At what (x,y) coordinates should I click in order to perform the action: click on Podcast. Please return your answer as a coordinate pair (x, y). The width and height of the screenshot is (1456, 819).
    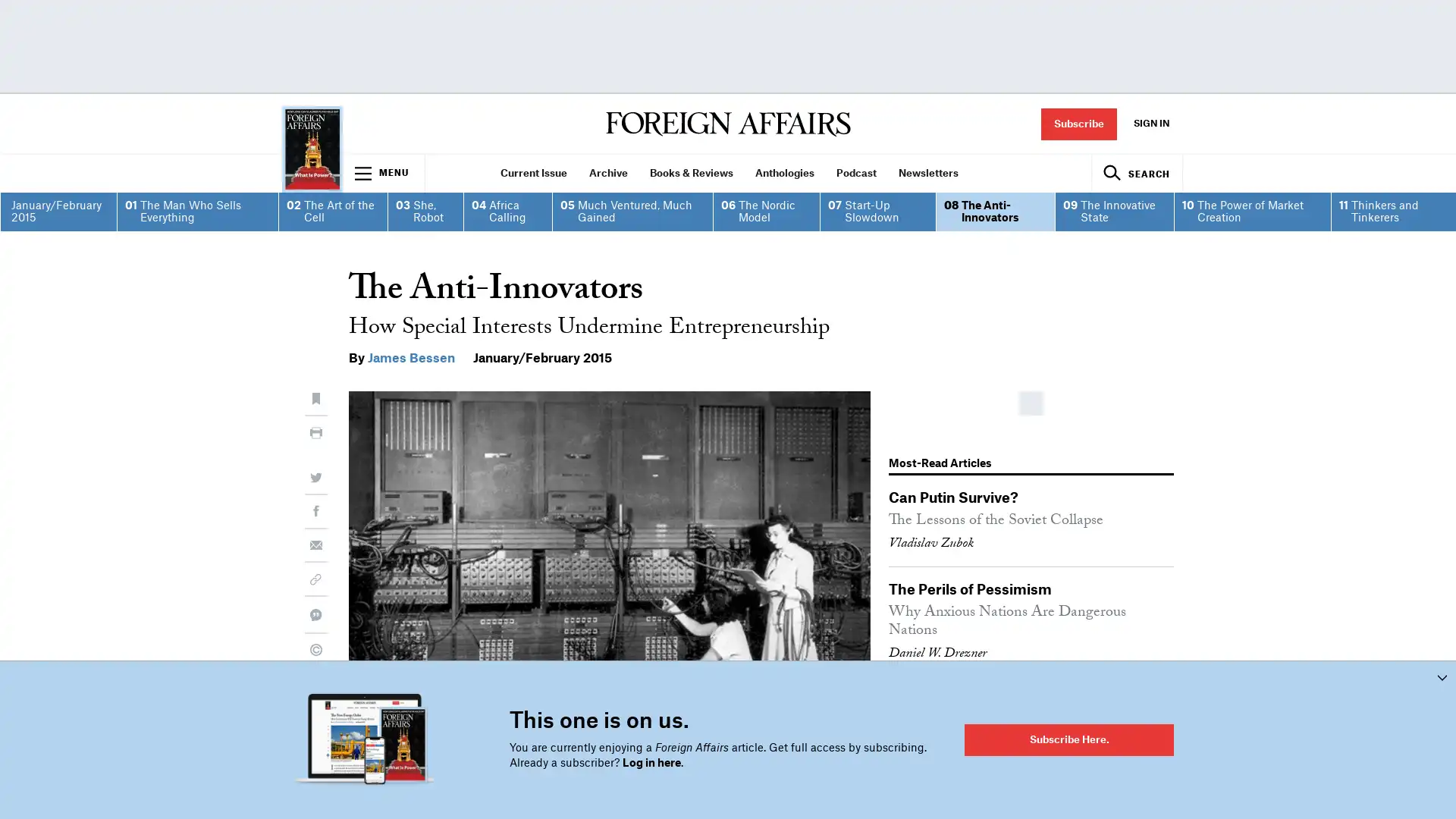
    Looking at the image, I should click on (855, 172).